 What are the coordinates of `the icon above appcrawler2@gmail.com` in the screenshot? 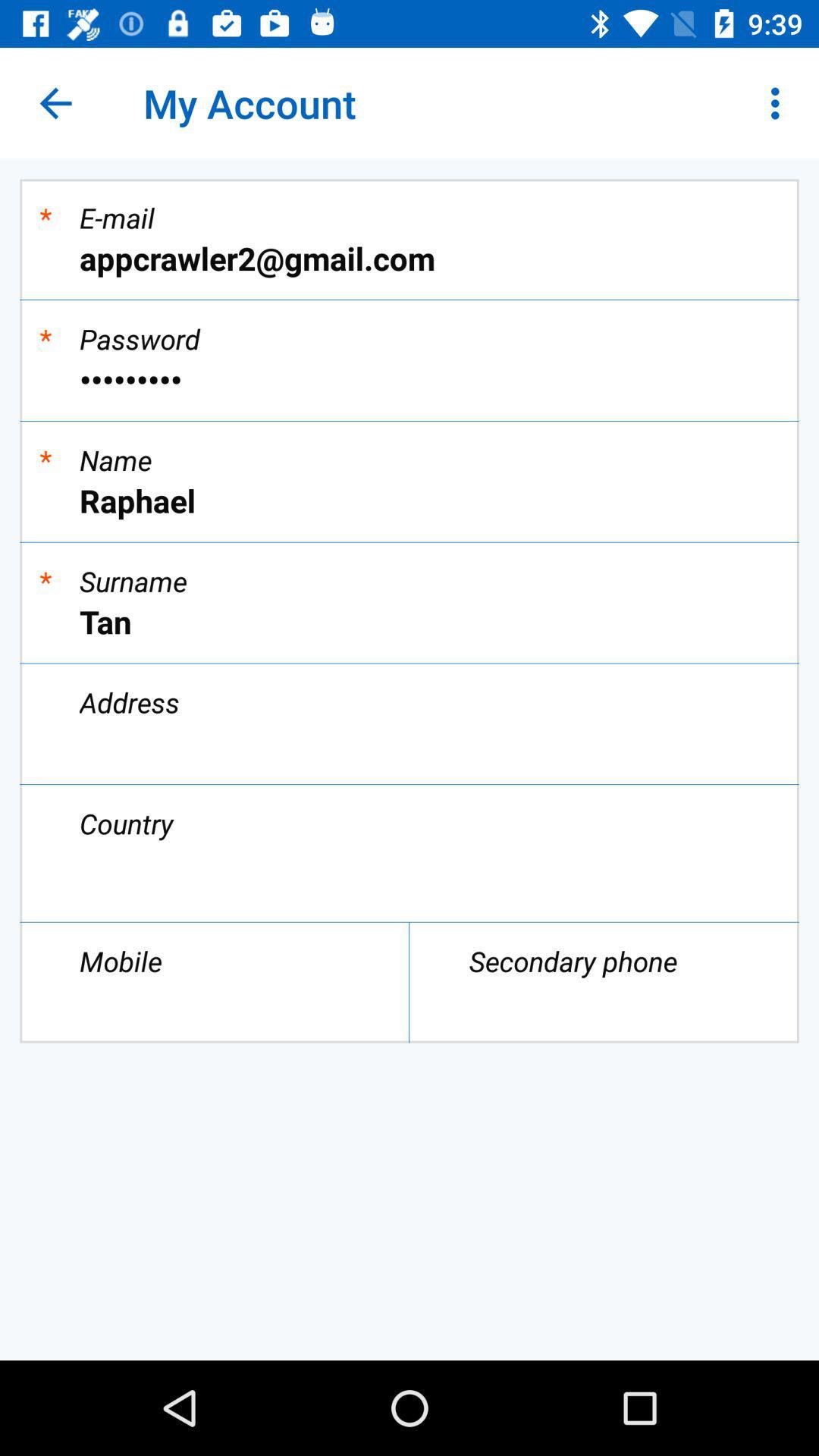 It's located at (779, 102).